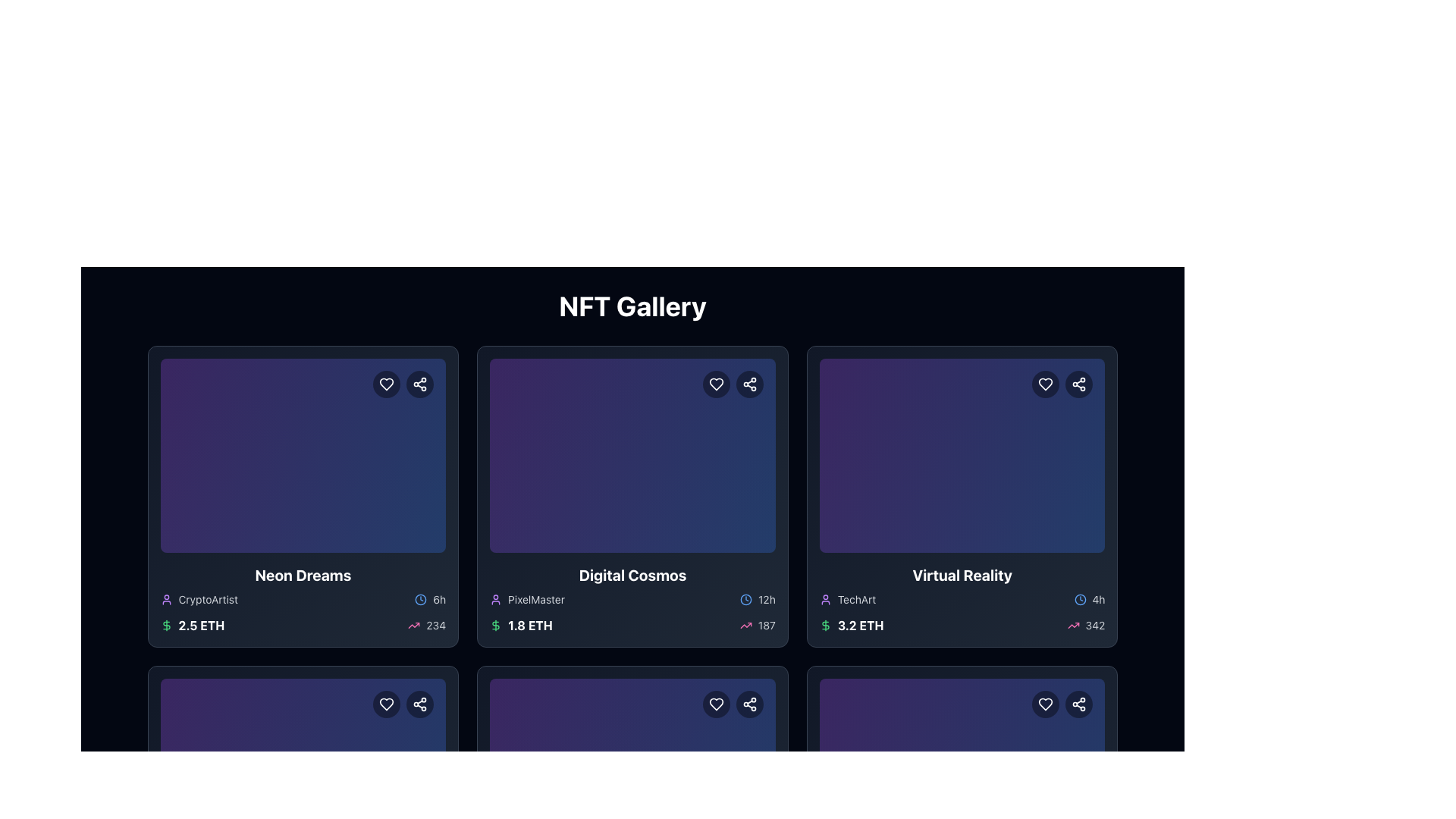 Image resolution: width=1456 pixels, height=819 pixels. What do you see at coordinates (758, 626) in the screenshot?
I see `the pink trending-up icon with the numeric text '187' on the 'Digital Cosmos' card located in the second column of the first row of the grid` at bounding box center [758, 626].